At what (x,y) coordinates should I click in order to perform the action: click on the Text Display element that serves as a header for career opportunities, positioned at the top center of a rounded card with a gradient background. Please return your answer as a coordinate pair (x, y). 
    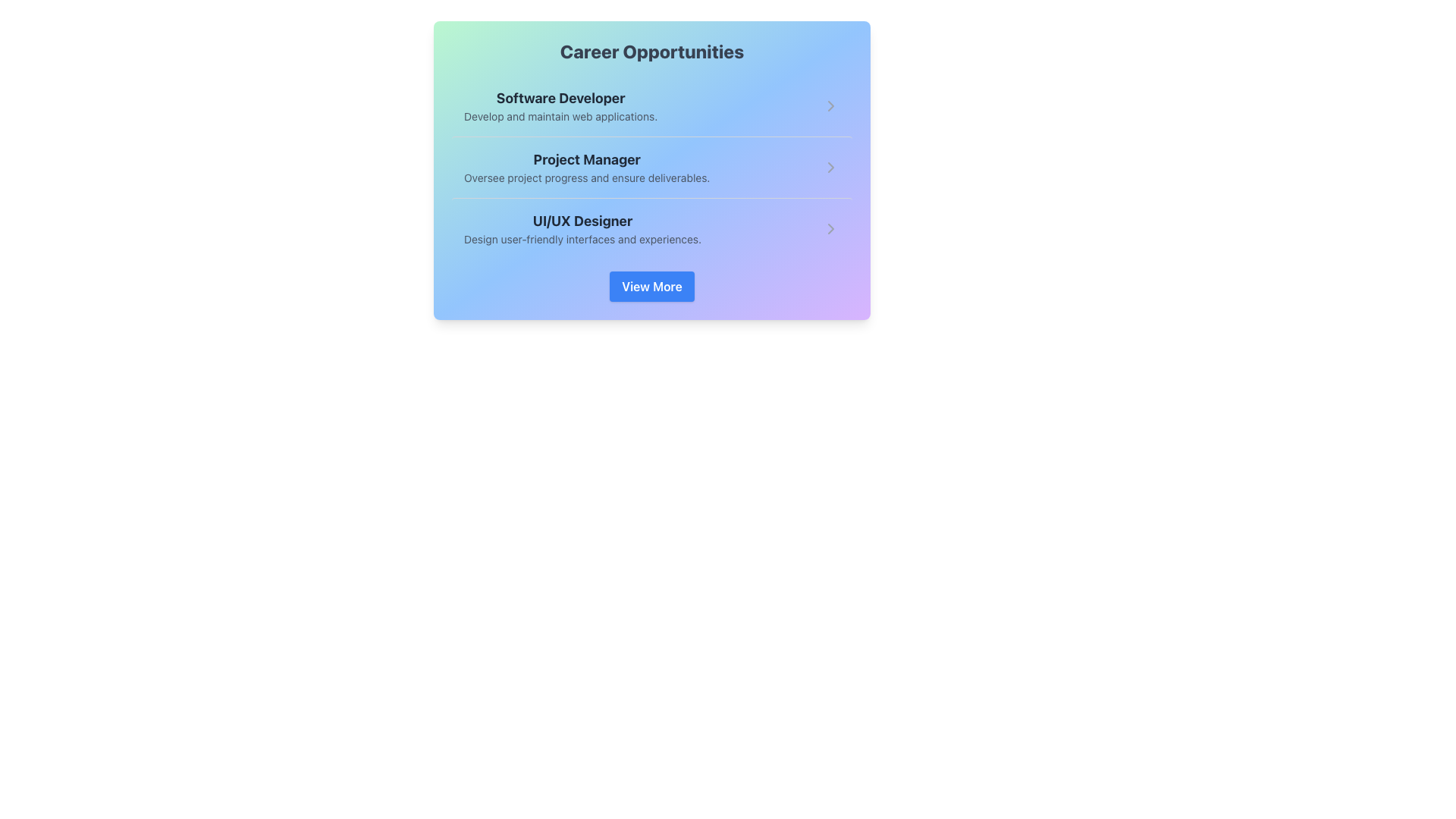
    Looking at the image, I should click on (651, 51).